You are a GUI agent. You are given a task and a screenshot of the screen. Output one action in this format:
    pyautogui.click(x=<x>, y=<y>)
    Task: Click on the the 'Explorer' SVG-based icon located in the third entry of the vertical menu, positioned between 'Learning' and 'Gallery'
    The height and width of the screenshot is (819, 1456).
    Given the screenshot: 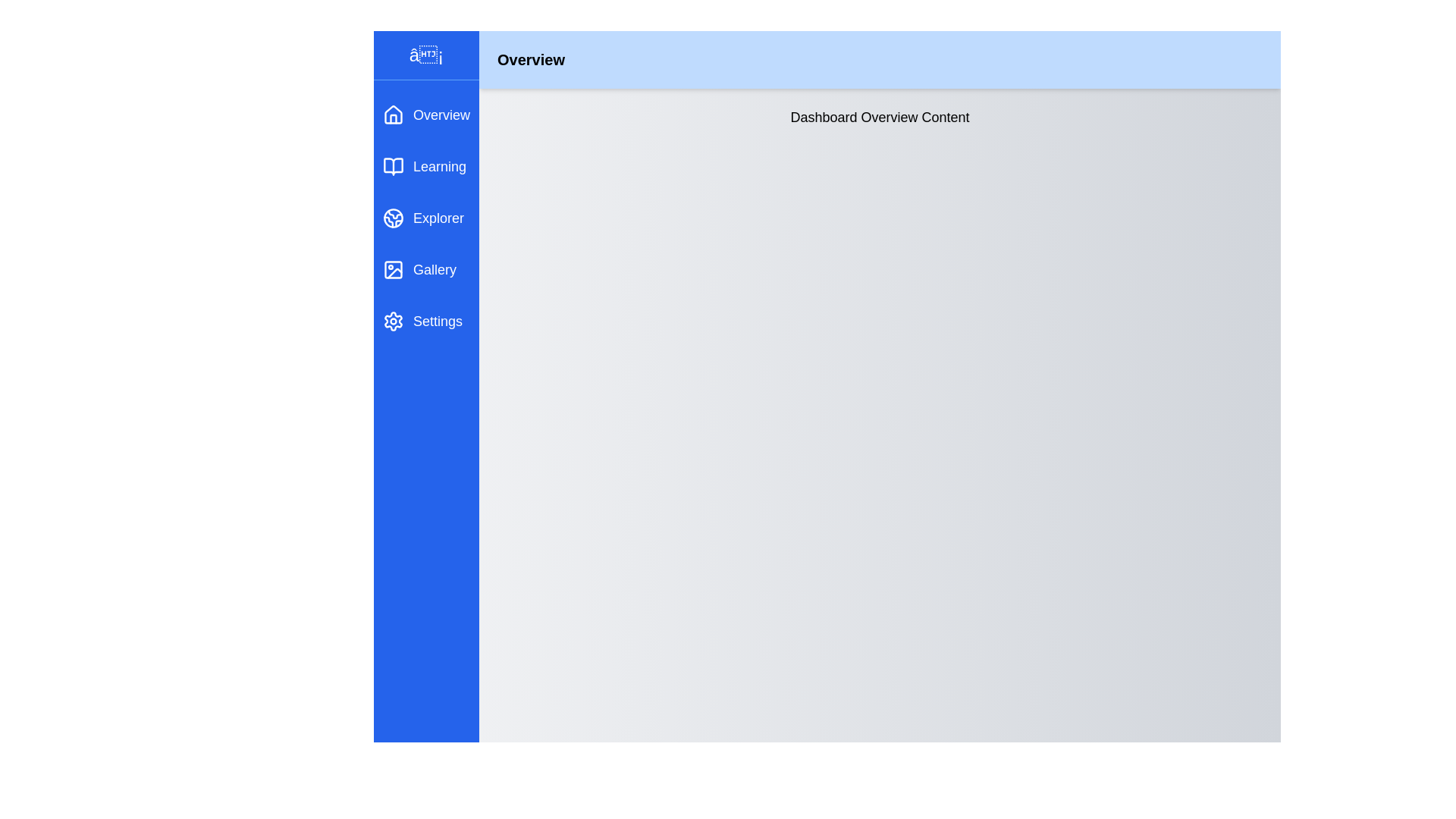 What is the action you would take?
    pyautogui.click(x=393, y=218)
    